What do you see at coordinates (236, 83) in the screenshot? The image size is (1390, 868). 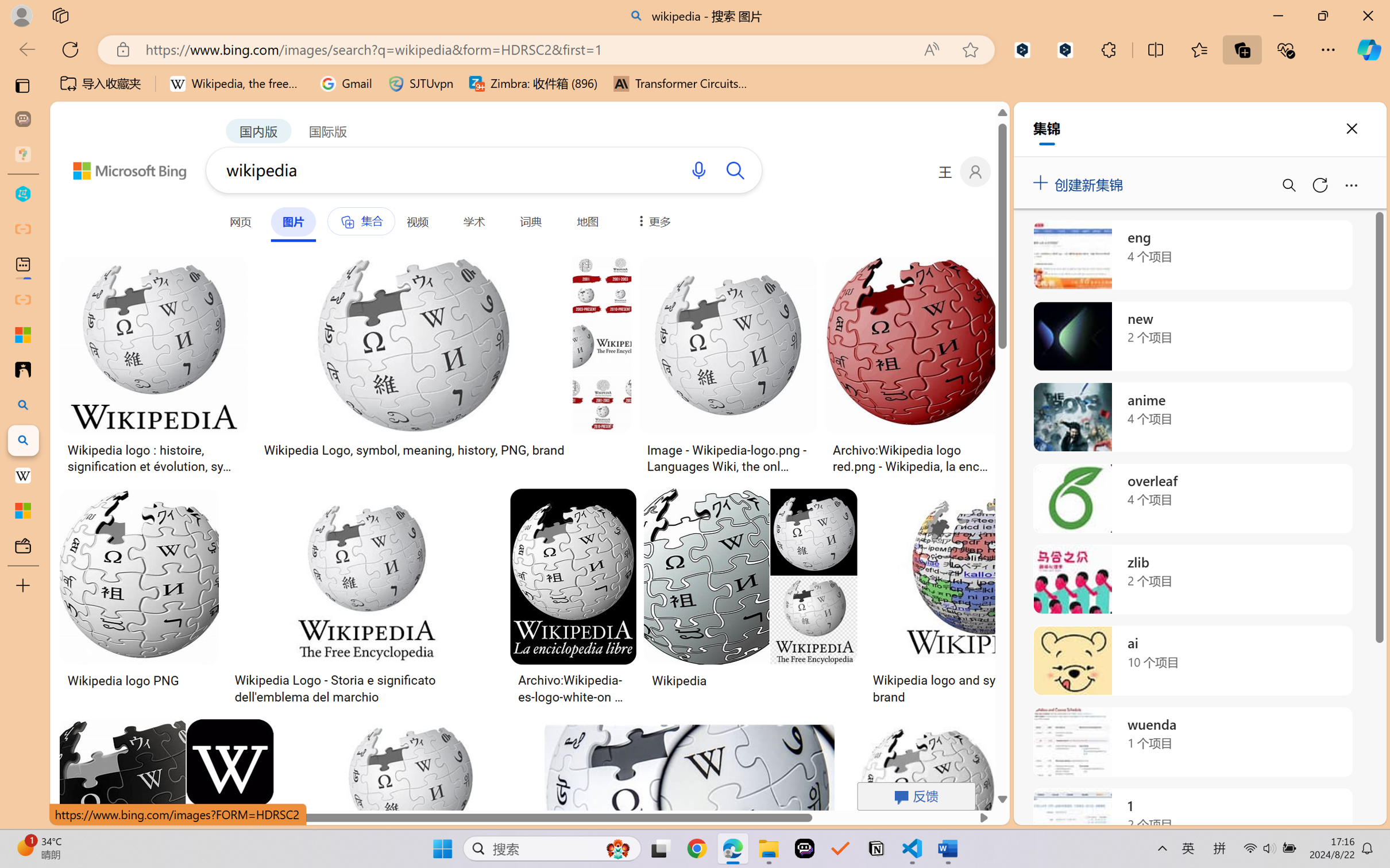 I see `'Wikipedia, the free encyclopedia'` at bounding box center [236, 83].